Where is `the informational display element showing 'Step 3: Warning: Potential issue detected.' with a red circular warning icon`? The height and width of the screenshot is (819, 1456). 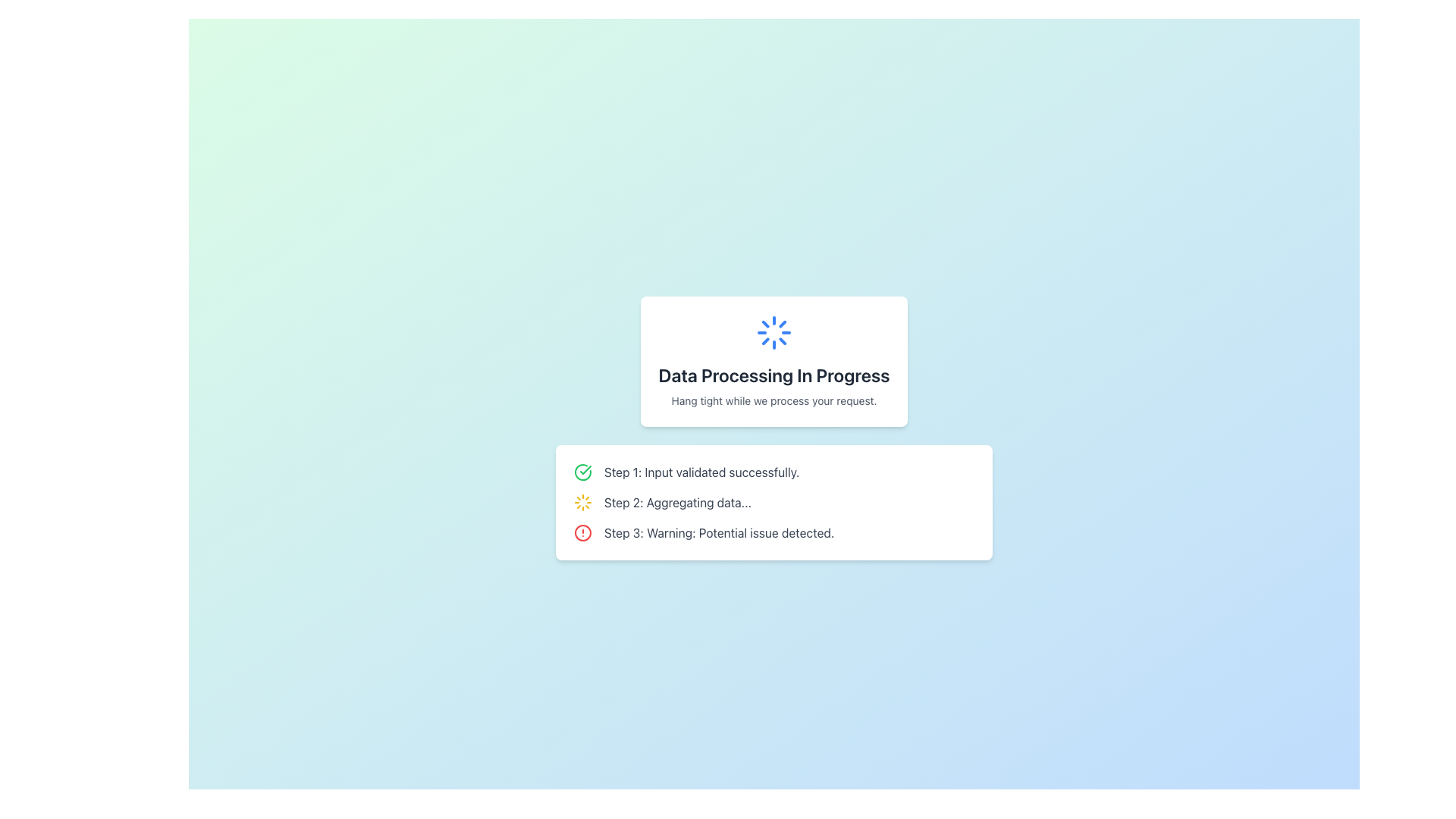 the informational display element showing 'Step 3: Warning: Potential issue detected.' with a red circular warning icon is located at coordinates (774, 532).